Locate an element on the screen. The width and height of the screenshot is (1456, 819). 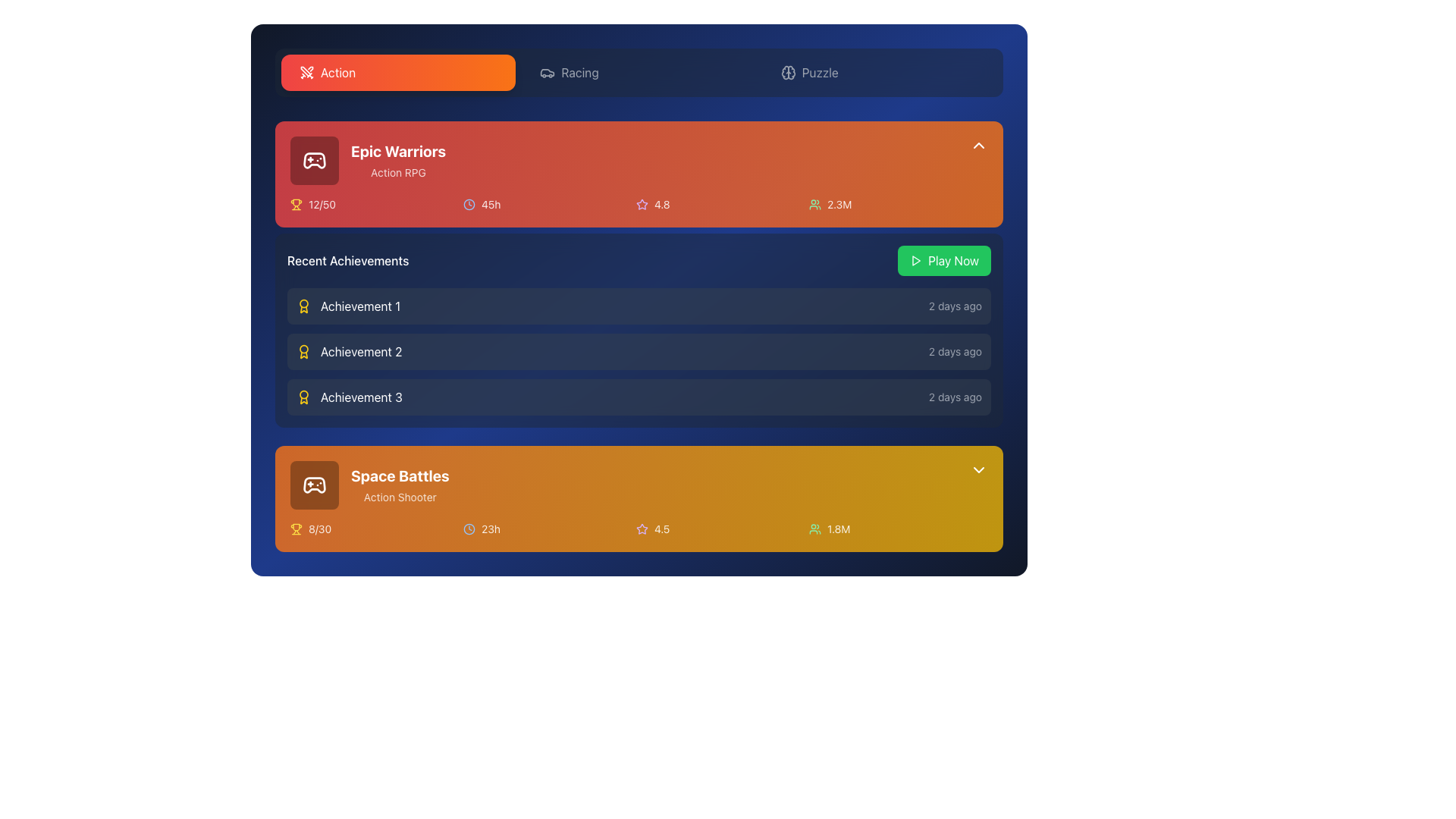
the Text label displaying '23h', which is styled in white with slight transparency and positioned to the right of the clock icon is located at coordinates (491, 529).